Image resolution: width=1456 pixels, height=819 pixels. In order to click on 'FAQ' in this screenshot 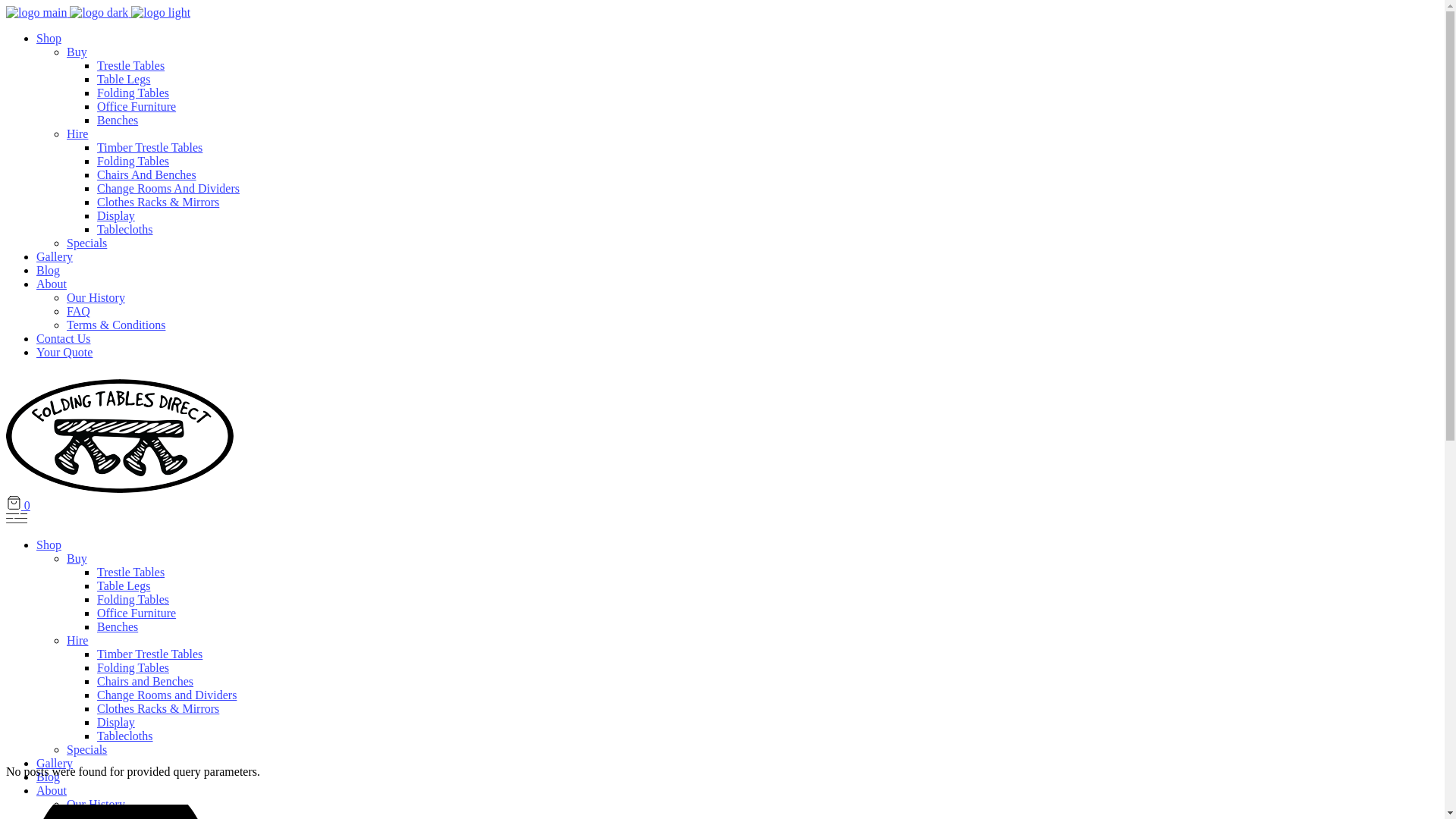, I will do `click(65, 310)`.